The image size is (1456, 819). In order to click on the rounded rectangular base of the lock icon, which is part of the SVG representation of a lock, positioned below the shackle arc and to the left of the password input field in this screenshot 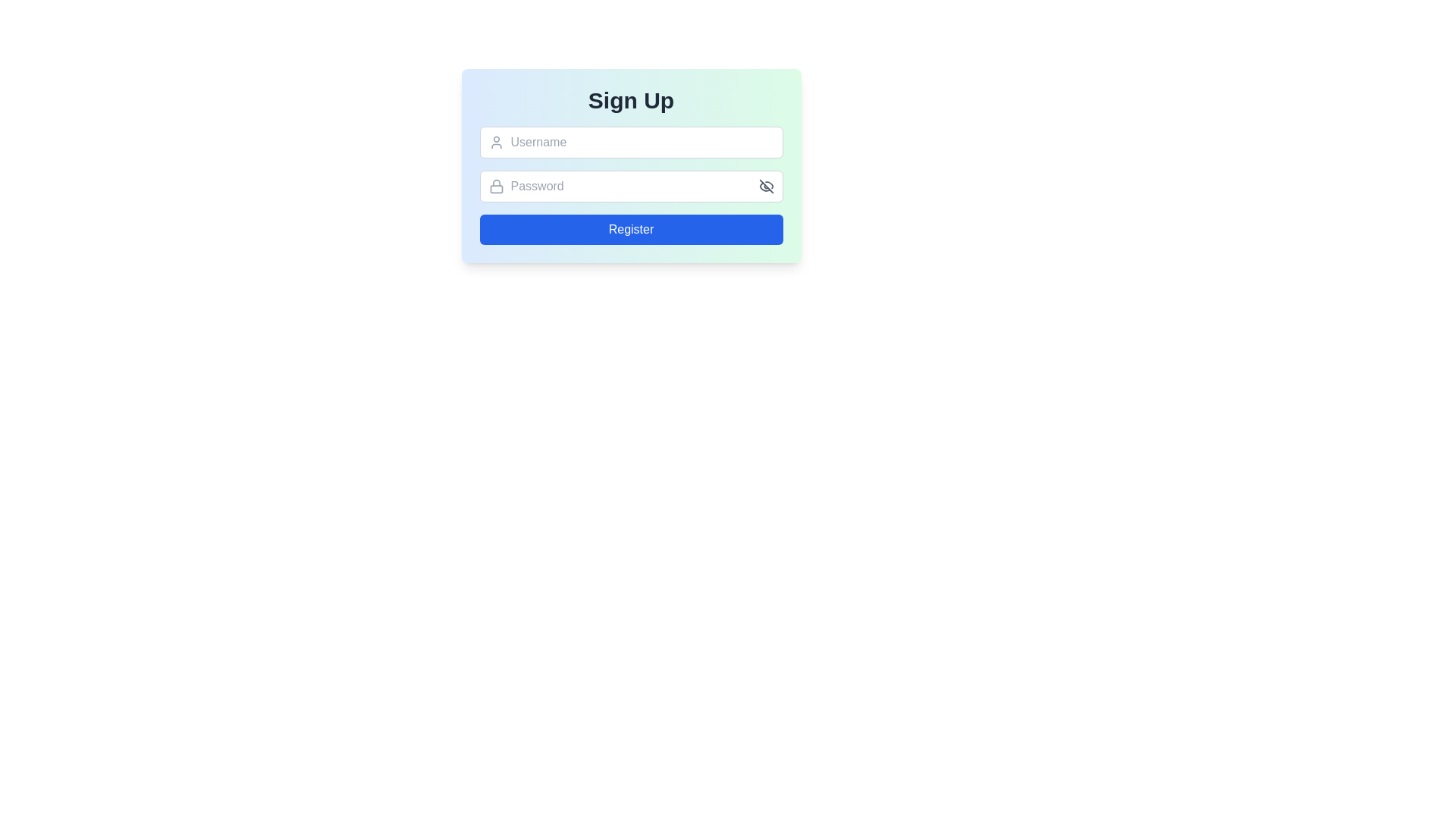, I will do `click(496, 188)`.